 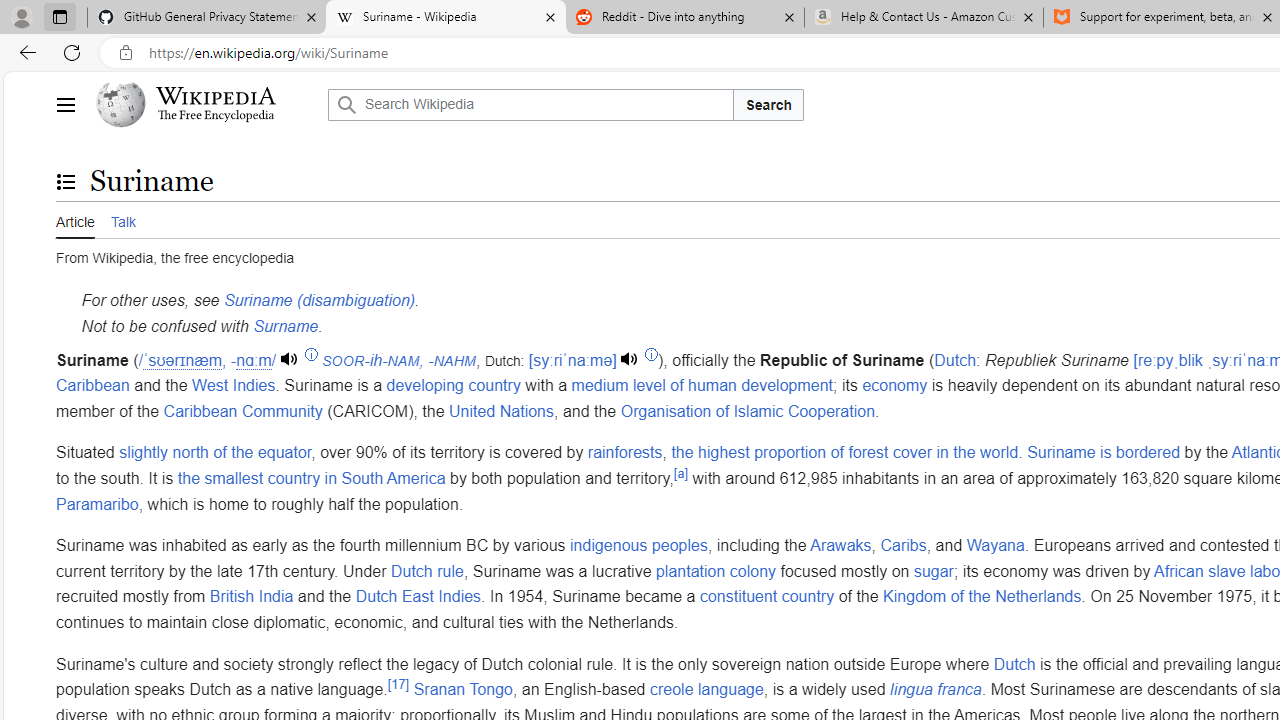 What do you see at coordinates (121, 219) in the screenshot?
I see `'Talk'` at bounding box center [121, 219].